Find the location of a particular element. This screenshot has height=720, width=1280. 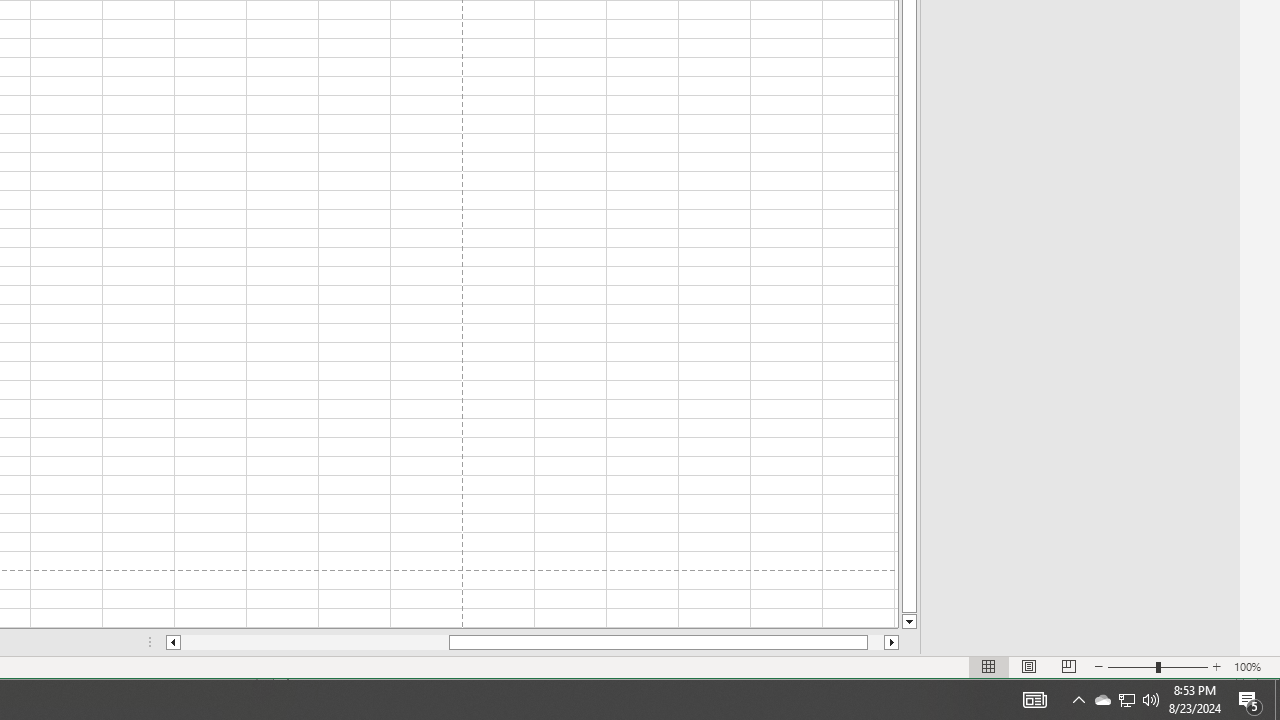

'Page left' is located at coordinates (313, 642).